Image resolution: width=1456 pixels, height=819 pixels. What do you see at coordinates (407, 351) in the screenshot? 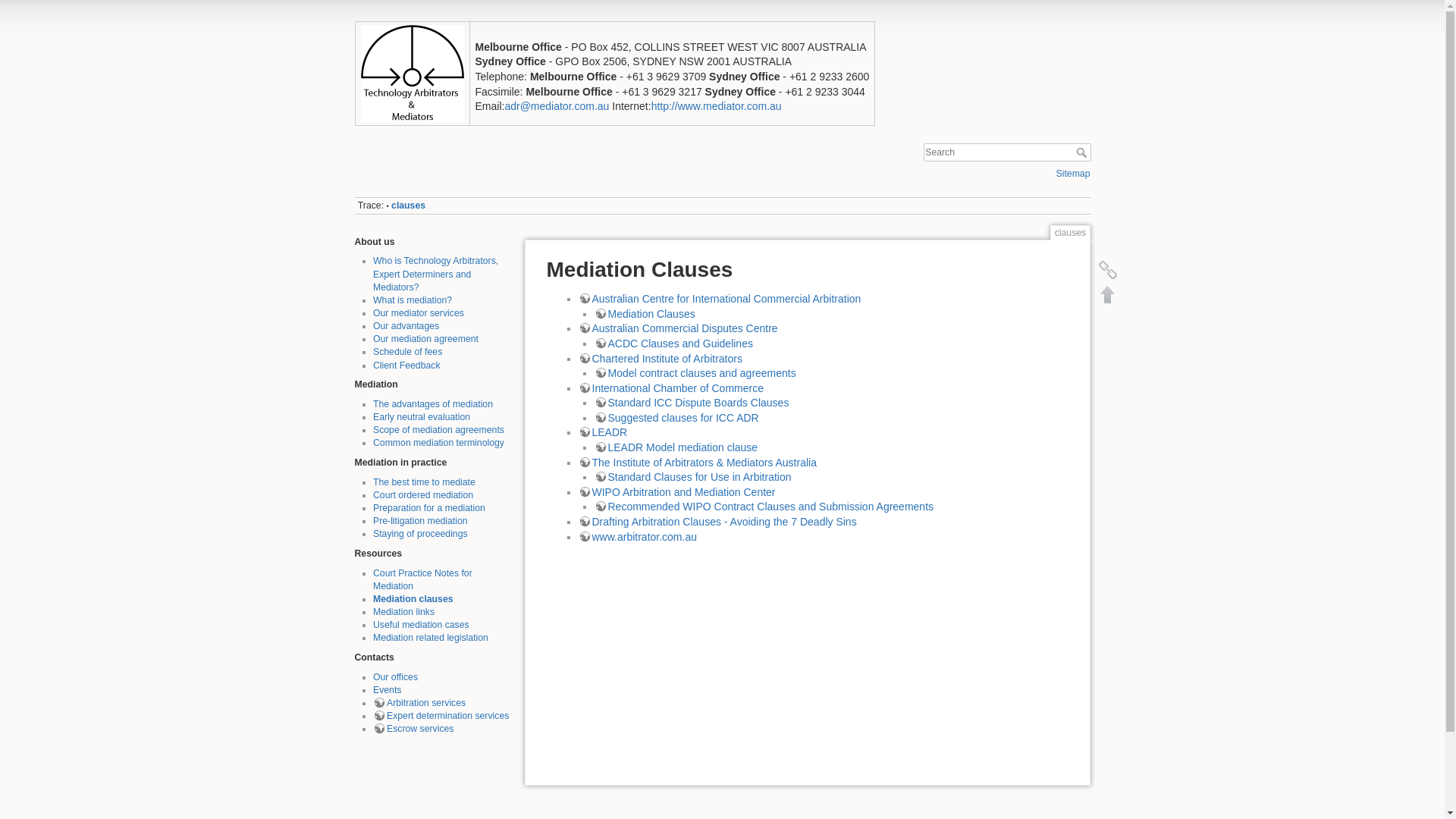
I see `'Schedule of fees'` at bounding box center [407, 351].